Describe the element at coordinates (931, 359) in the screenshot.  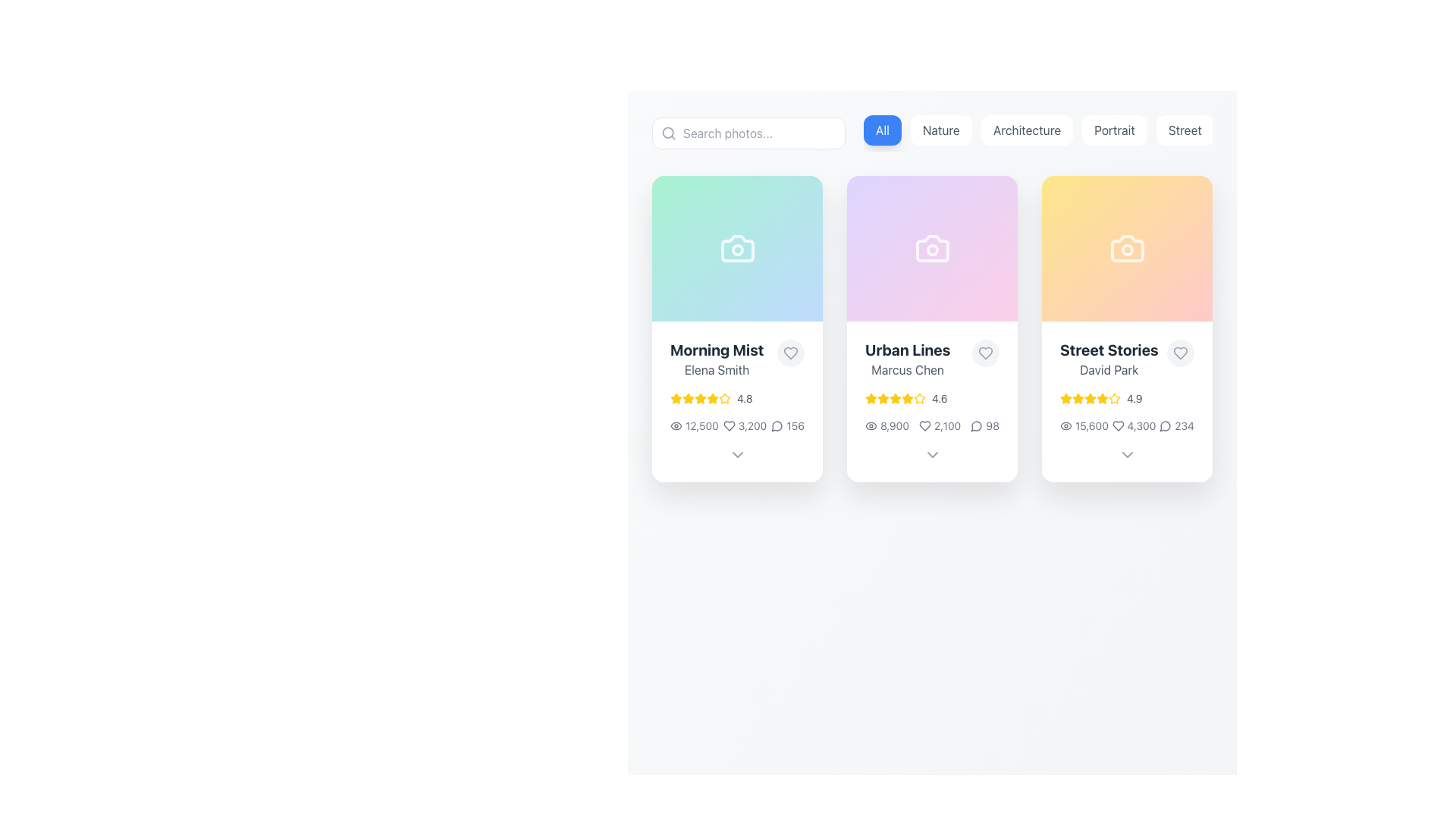
I see `text from the title and attribution text block located in the center card, directly under the camera icon` at that location.